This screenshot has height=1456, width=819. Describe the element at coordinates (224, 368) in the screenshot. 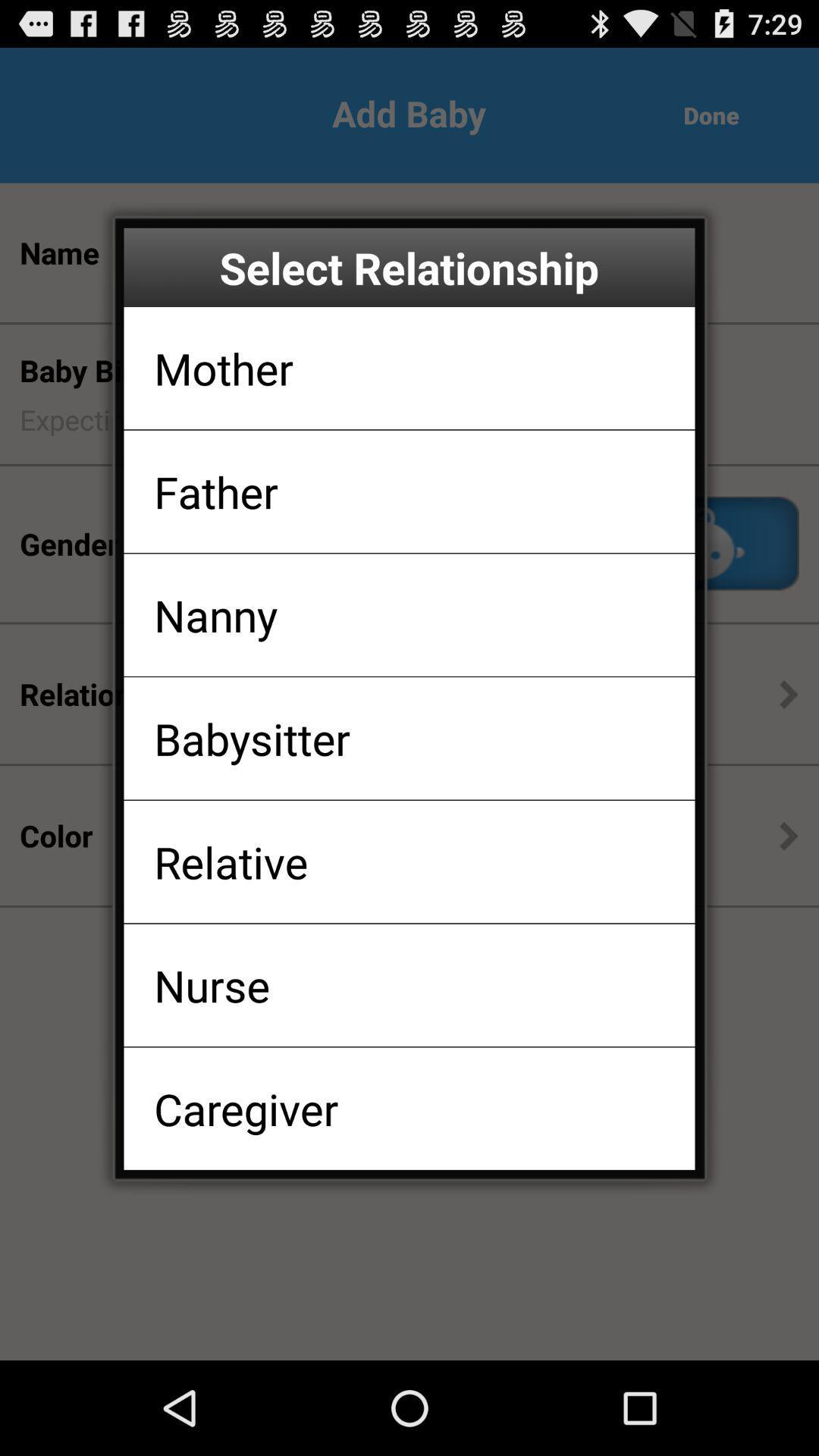

I see `the app above father` at that location.